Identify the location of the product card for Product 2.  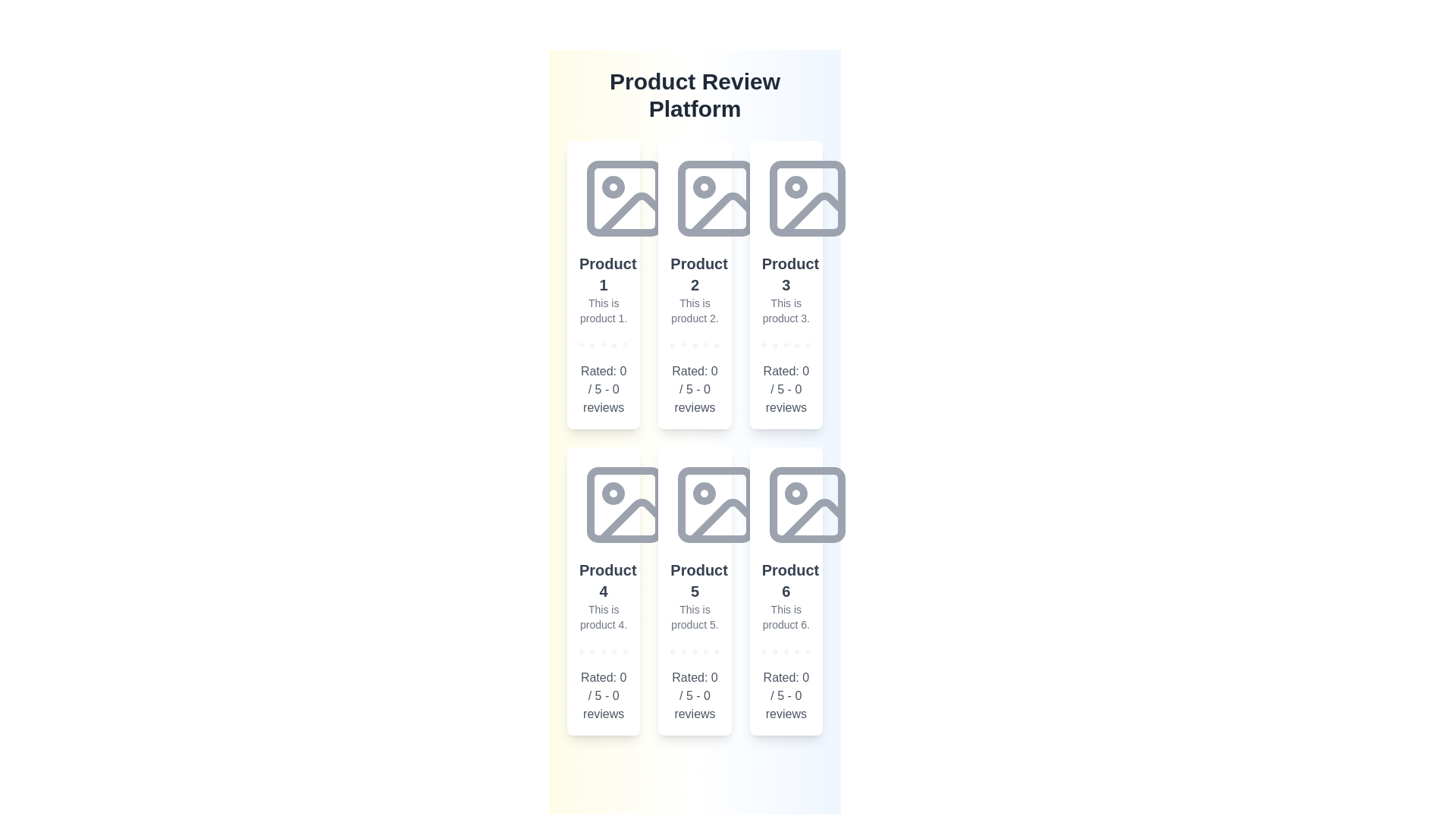
(694, 284).